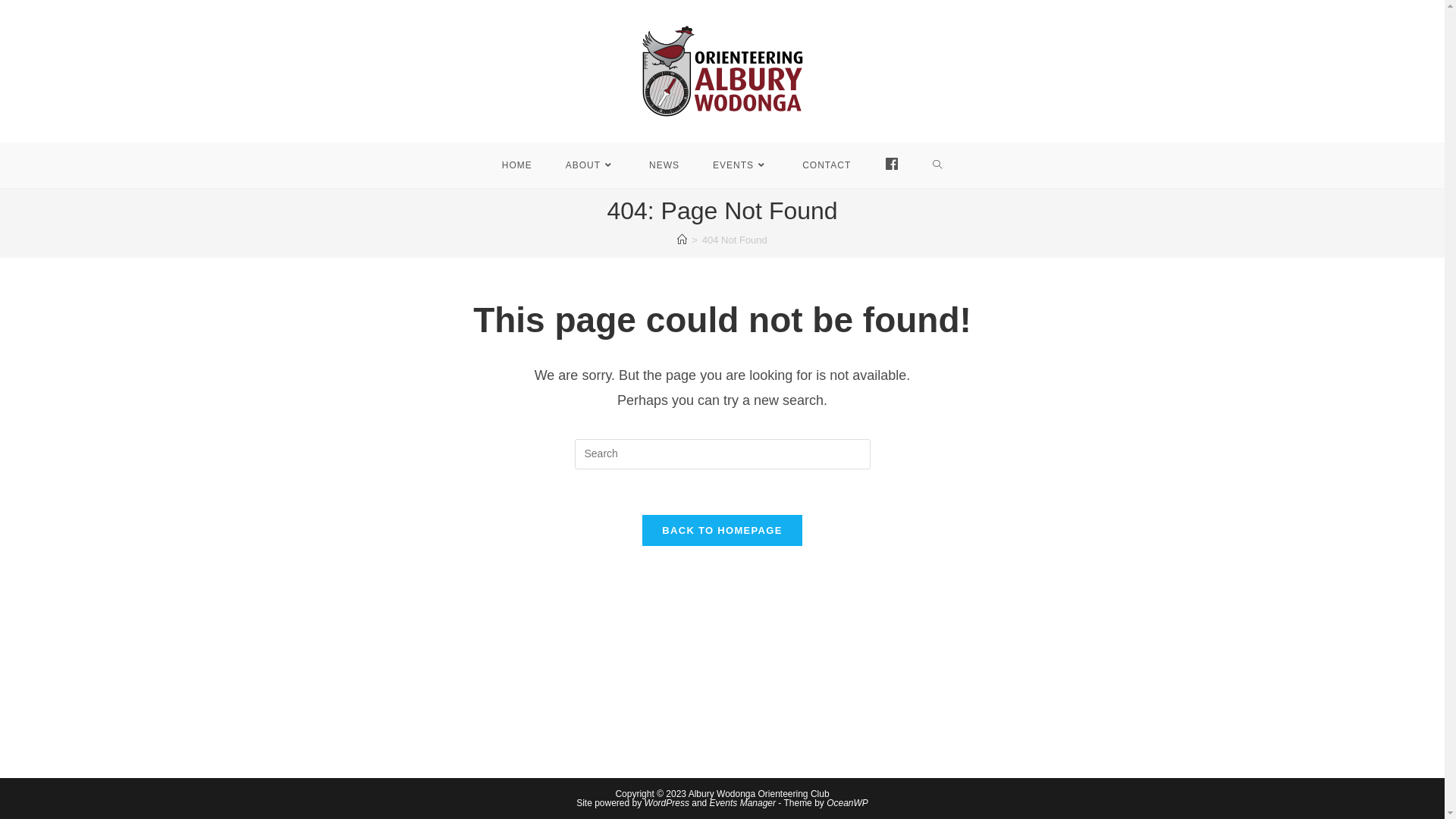  I want to click on 'BACK TO HOMEPAGE', so click(720, 529).